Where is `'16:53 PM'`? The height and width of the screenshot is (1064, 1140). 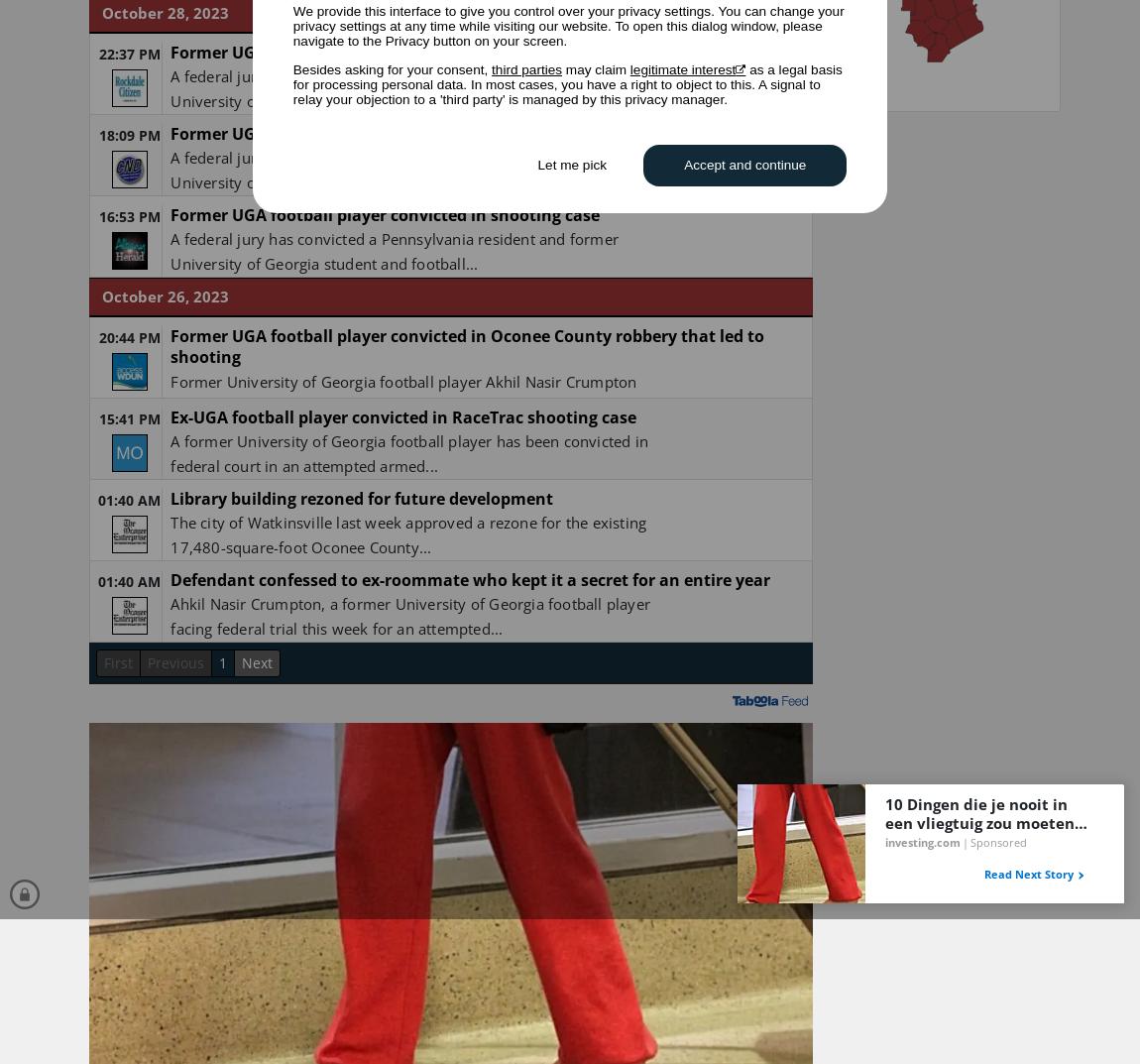
'16:53 PM' is located at coordinates (127, 215).